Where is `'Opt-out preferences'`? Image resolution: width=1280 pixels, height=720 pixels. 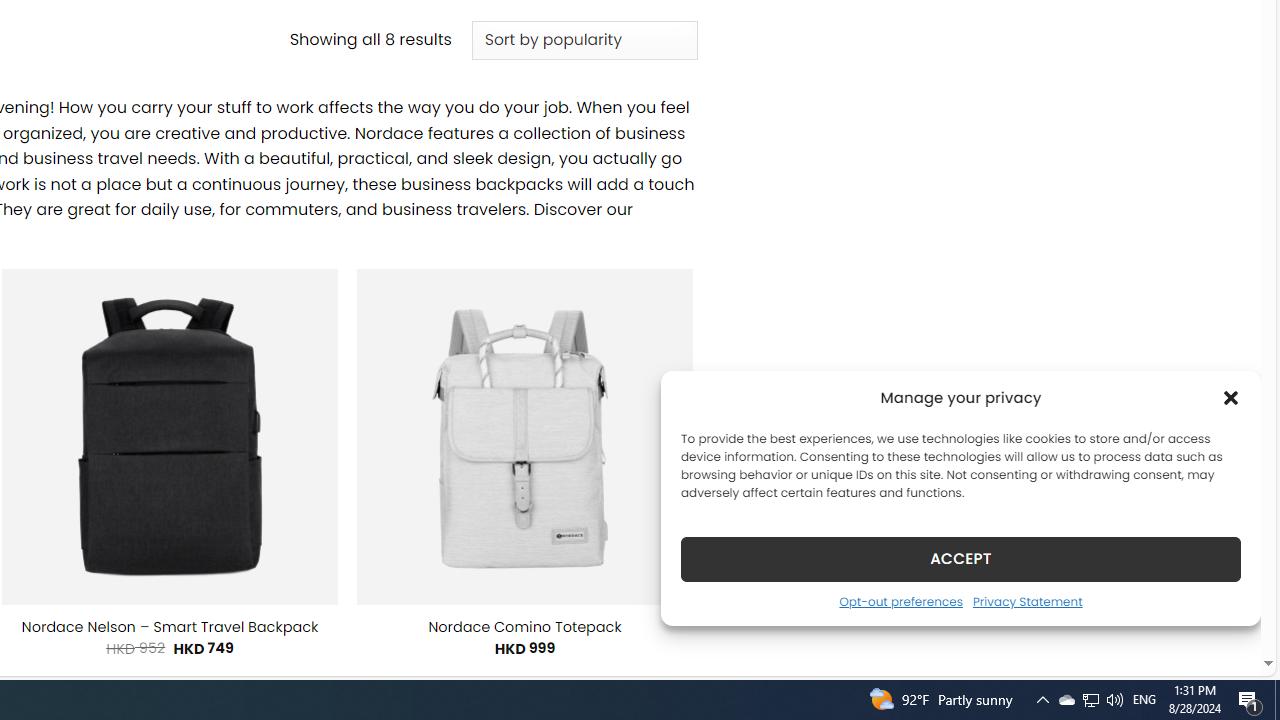 'Opt-out preferences' is located at coordinates (899, 600).